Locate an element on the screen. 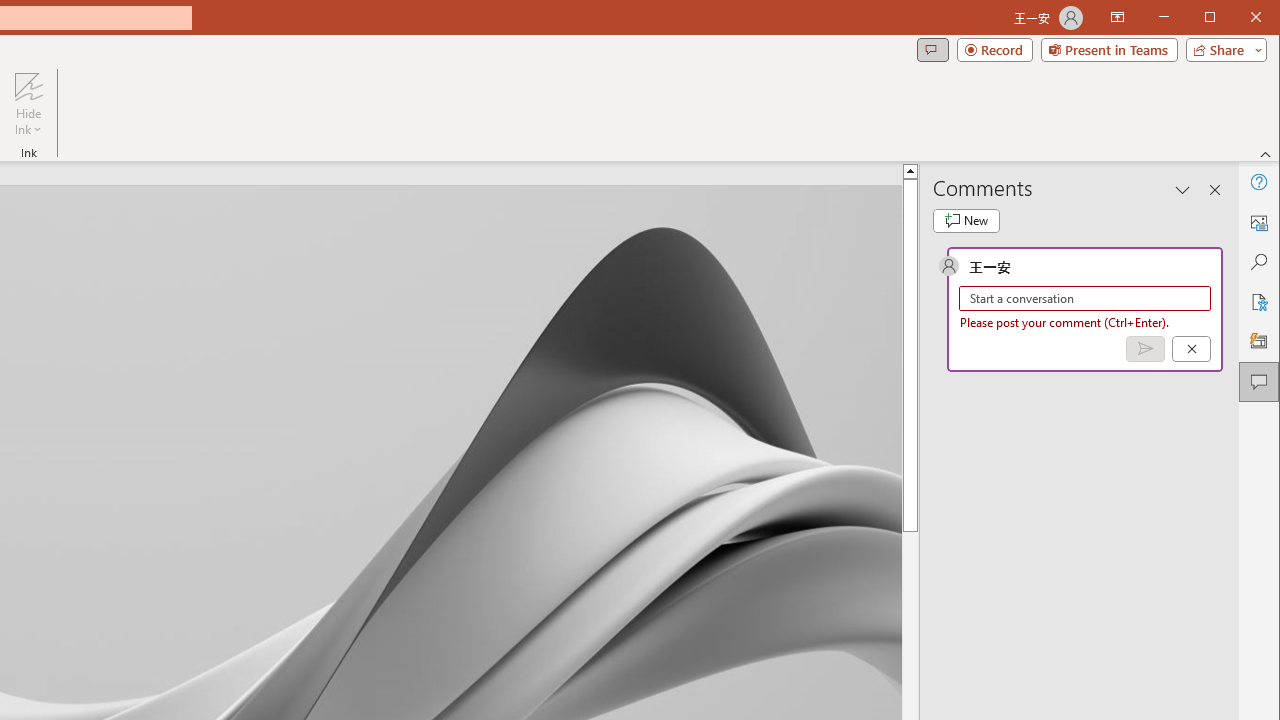 Image resolution: width=1280 pixels, height=720 pixels. 'Cancel' is located at coordinates (1191, 348).